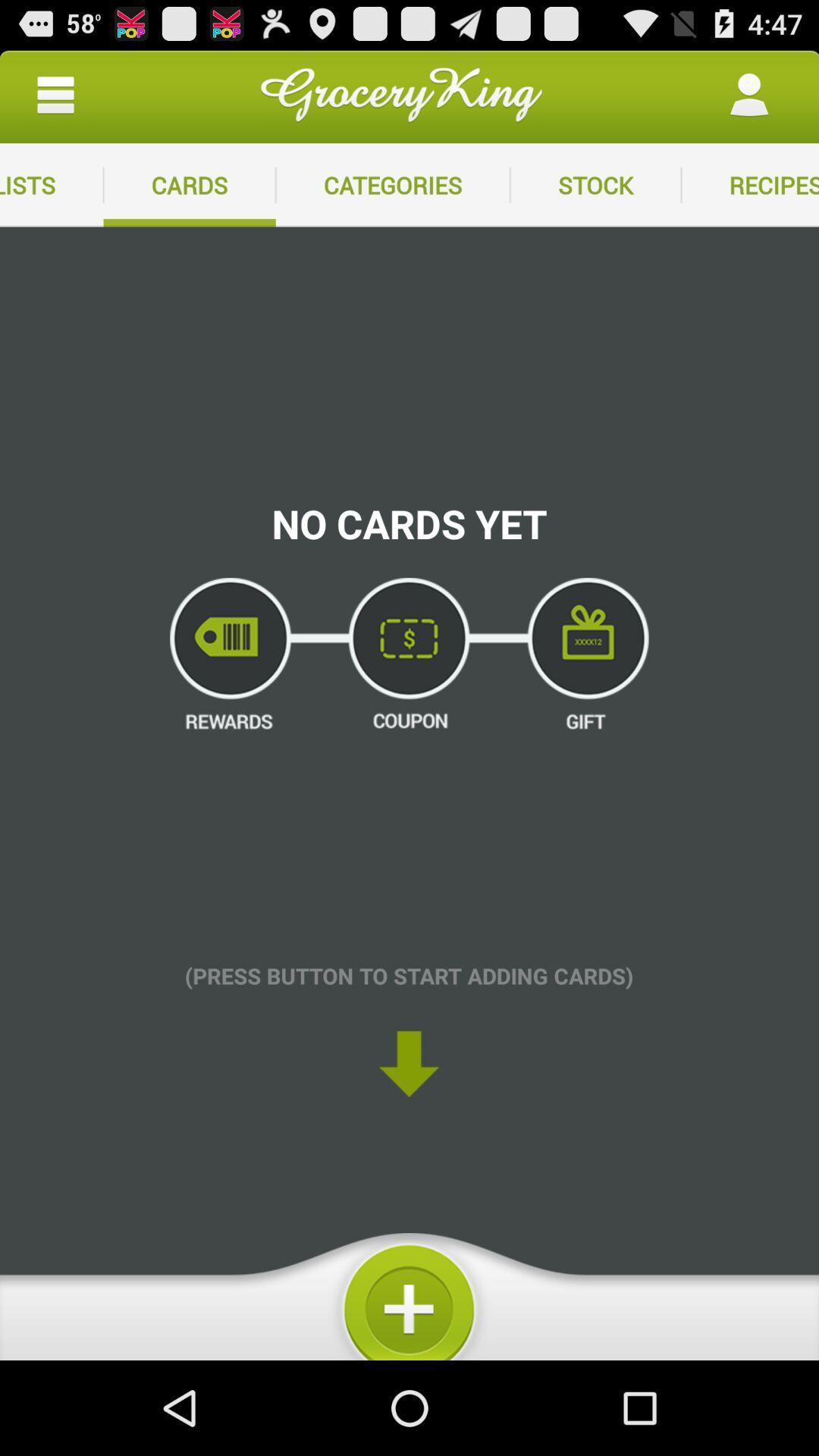 The width and height of the screenshot is (819, 1456). What do you see at coordinates (595, 184) in the screenshot?
I see `stock item` at bounding box center [595, 184].